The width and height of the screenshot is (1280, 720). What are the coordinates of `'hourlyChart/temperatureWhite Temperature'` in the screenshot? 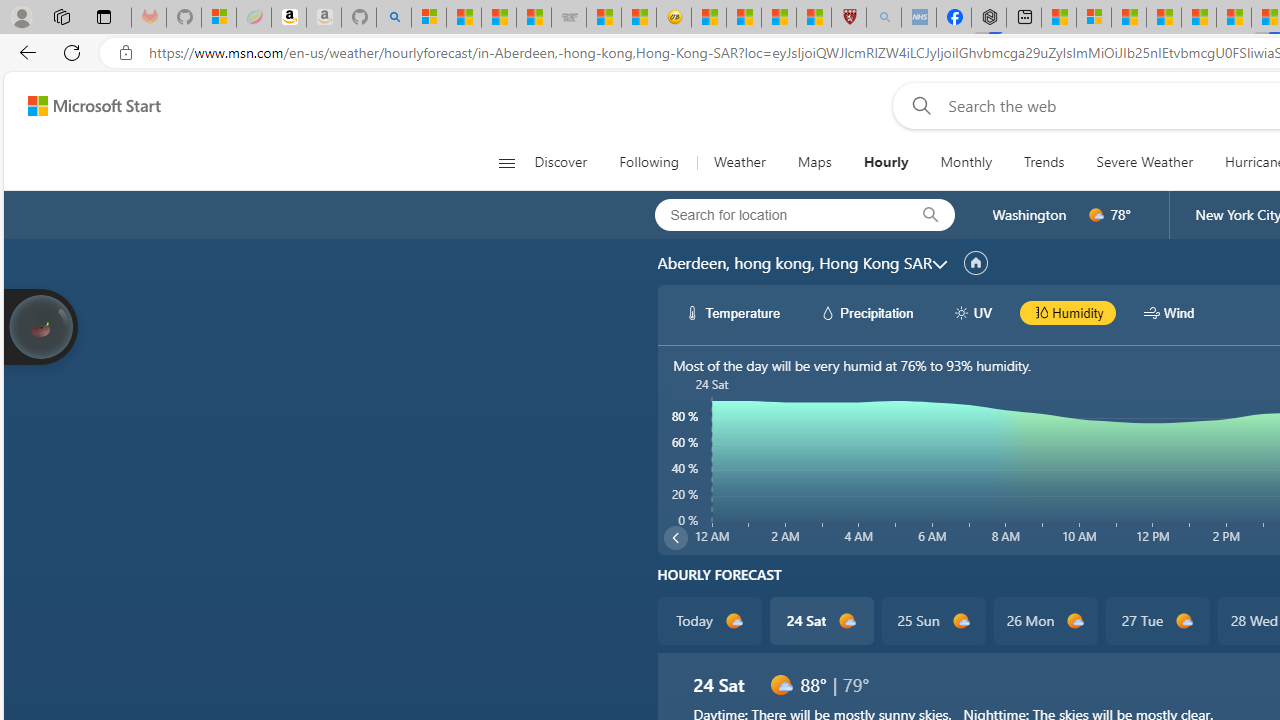 It's located at (732, 312).